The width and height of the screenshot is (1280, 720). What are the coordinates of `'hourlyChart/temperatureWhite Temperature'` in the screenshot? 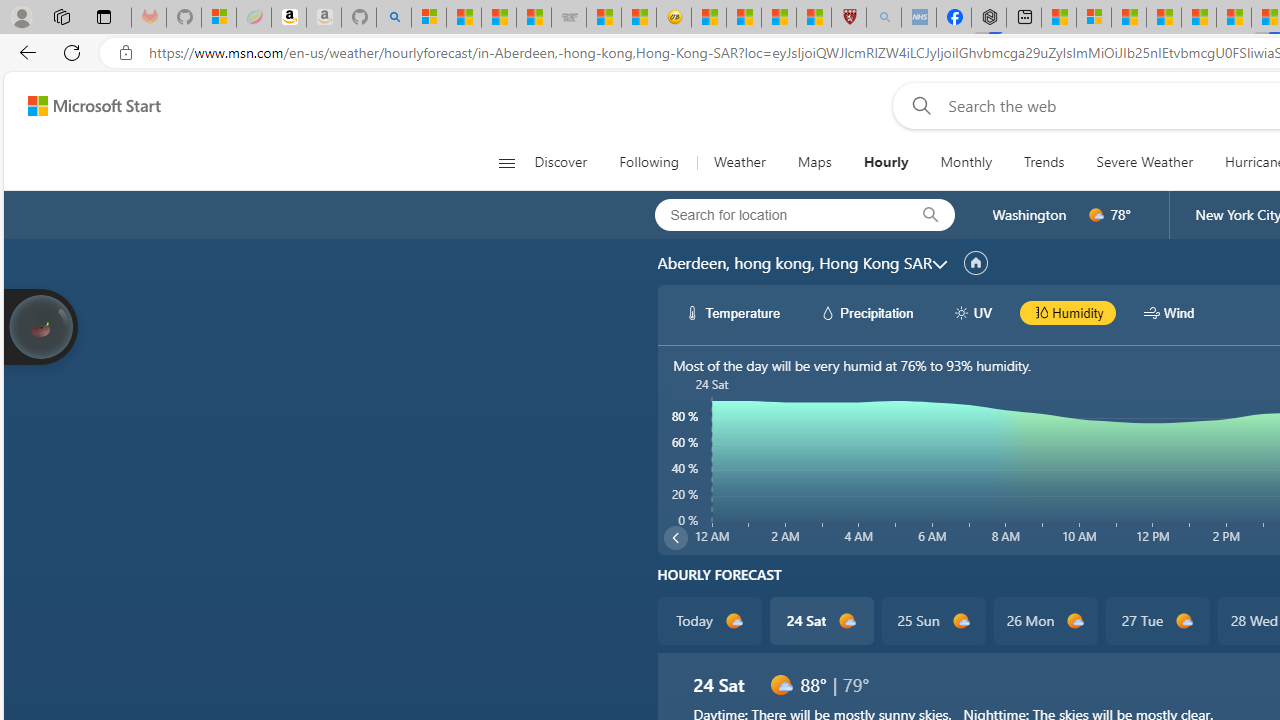 It's located at (732, 312).